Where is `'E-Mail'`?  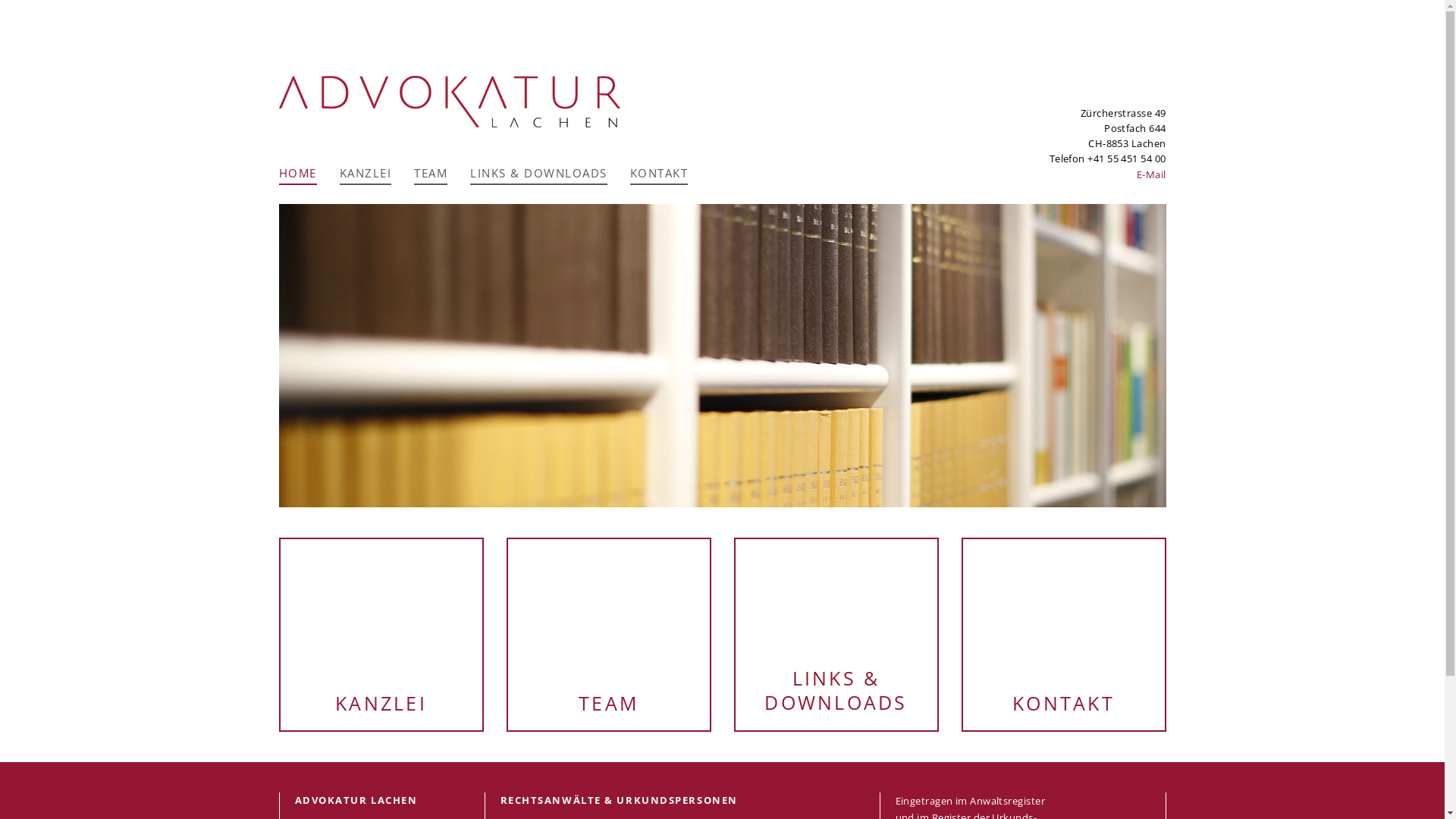 'E-Mail' is located at coordinates (1151, 174).